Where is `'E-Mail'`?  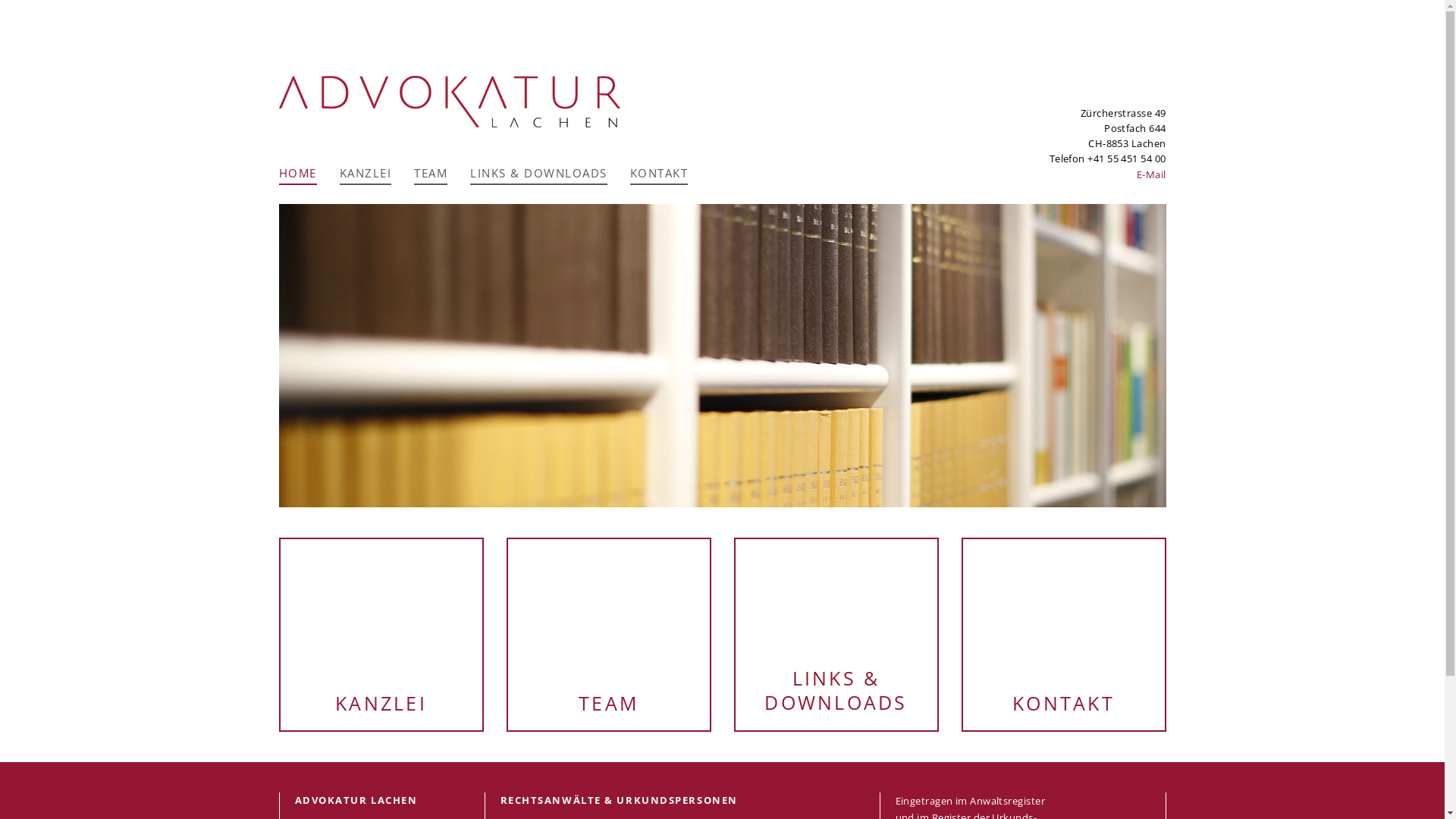 'E-Mail' is located at coordinates (1151, 174).